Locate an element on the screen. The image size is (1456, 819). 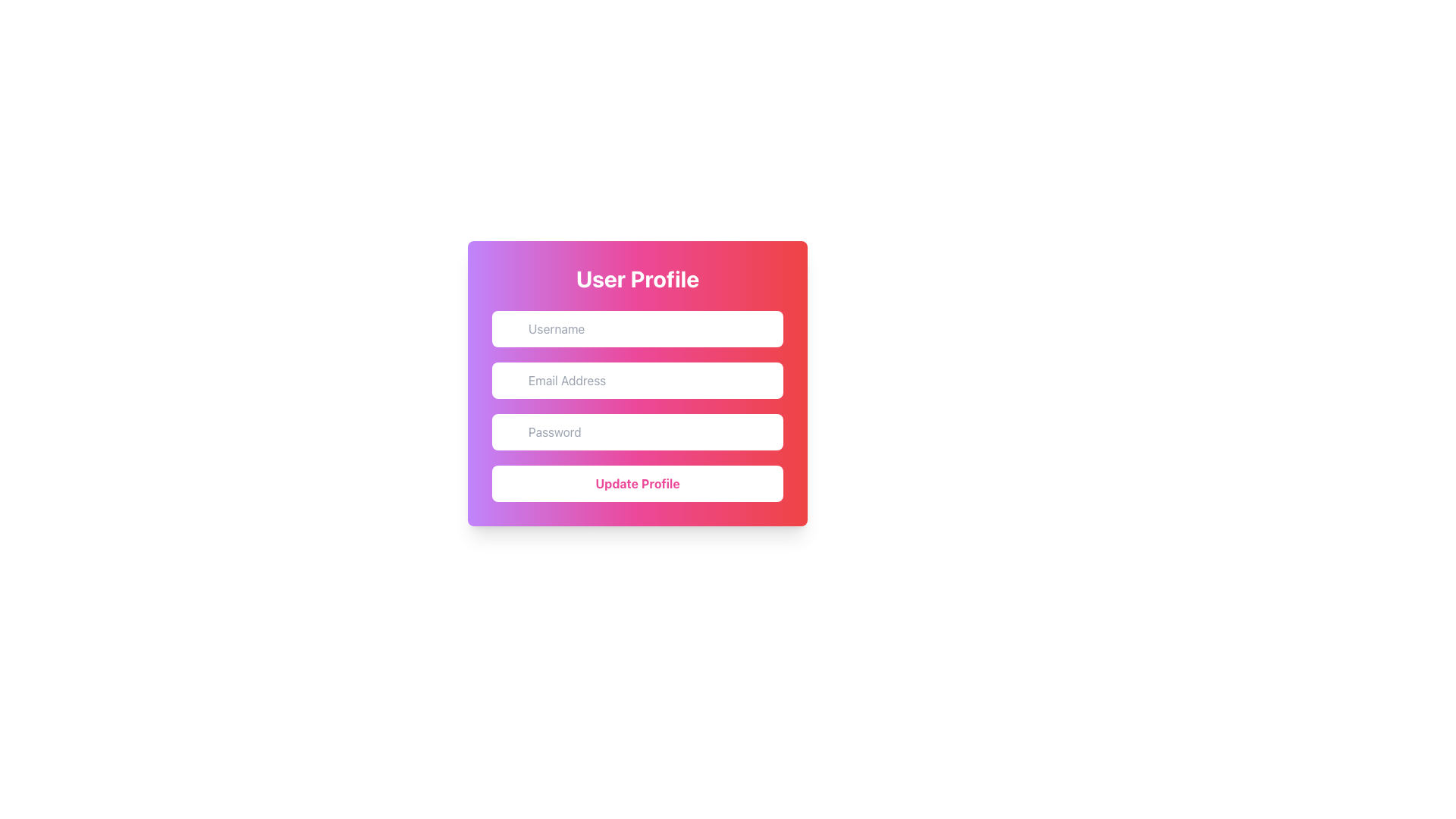
the second input box labeled 'Email Address' within the 'User Profile' card is located at coordinates (637, 382).